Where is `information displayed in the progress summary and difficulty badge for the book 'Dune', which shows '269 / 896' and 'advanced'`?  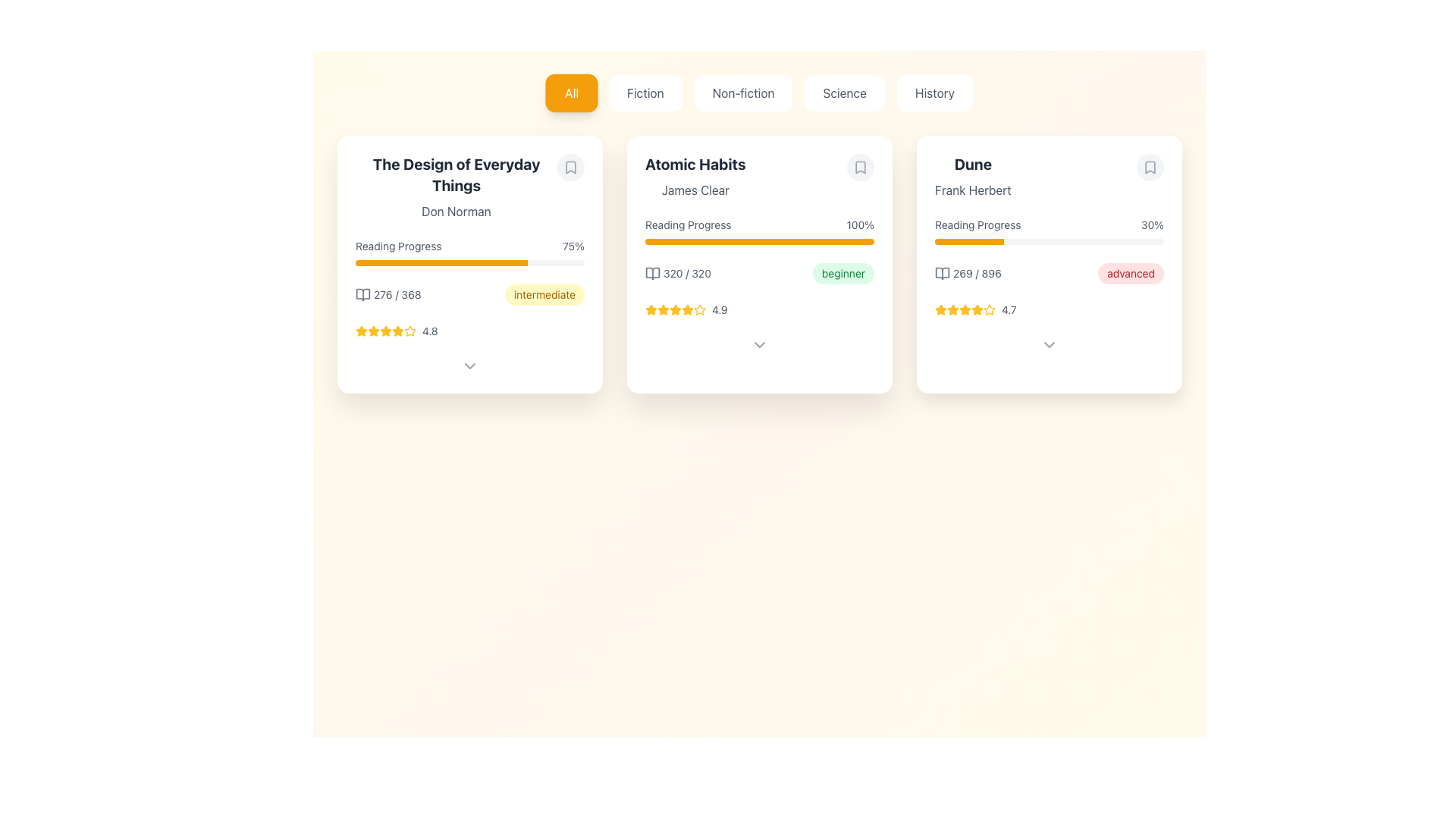
information displayed in the progress summary and difficulty badge for the book 'Dune', which shows '269 / 896' and 'advanced' is located at coordinates (1048, 274).